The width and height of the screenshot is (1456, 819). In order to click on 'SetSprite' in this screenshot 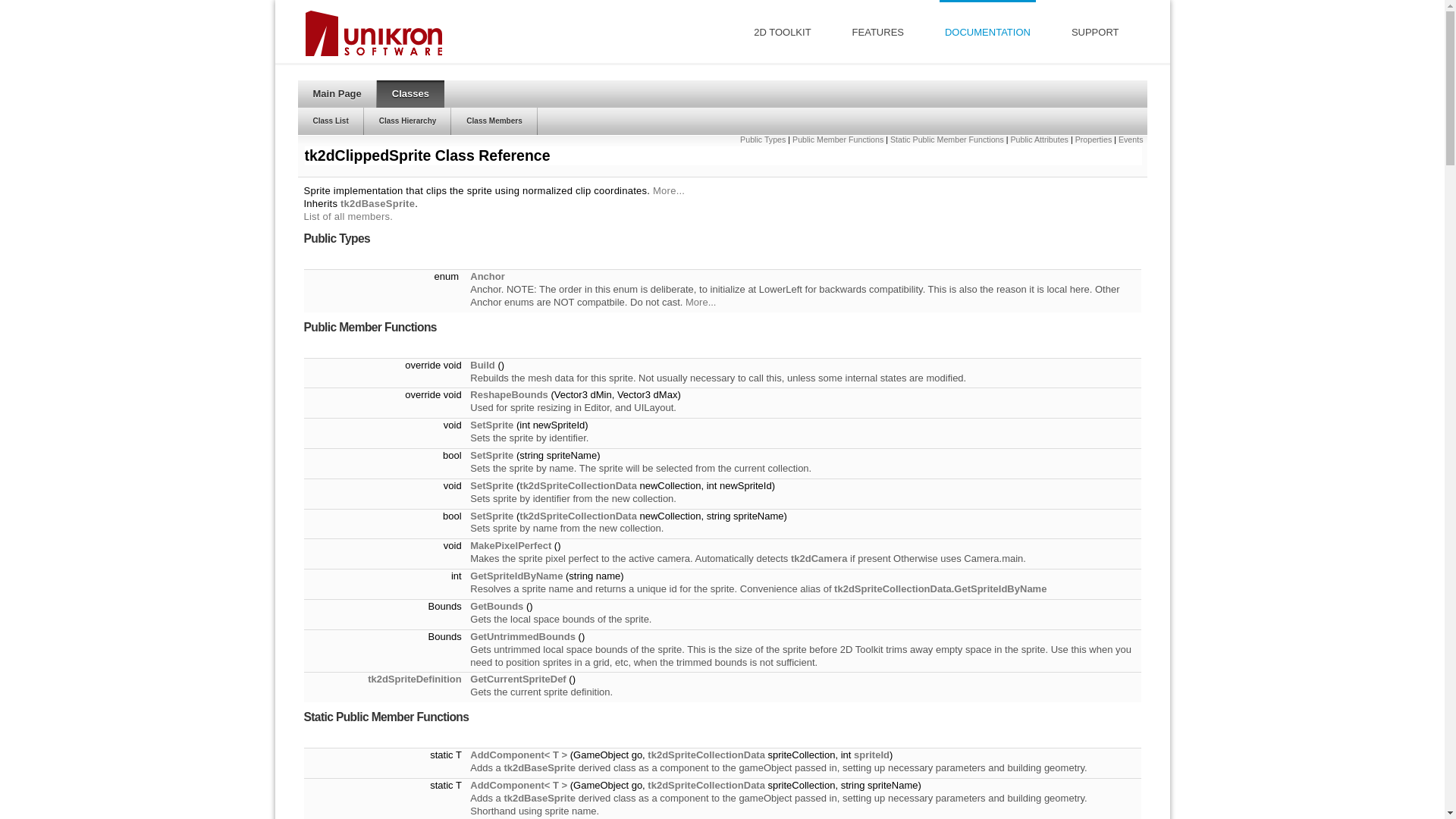, I will do `click(491, 454)`.